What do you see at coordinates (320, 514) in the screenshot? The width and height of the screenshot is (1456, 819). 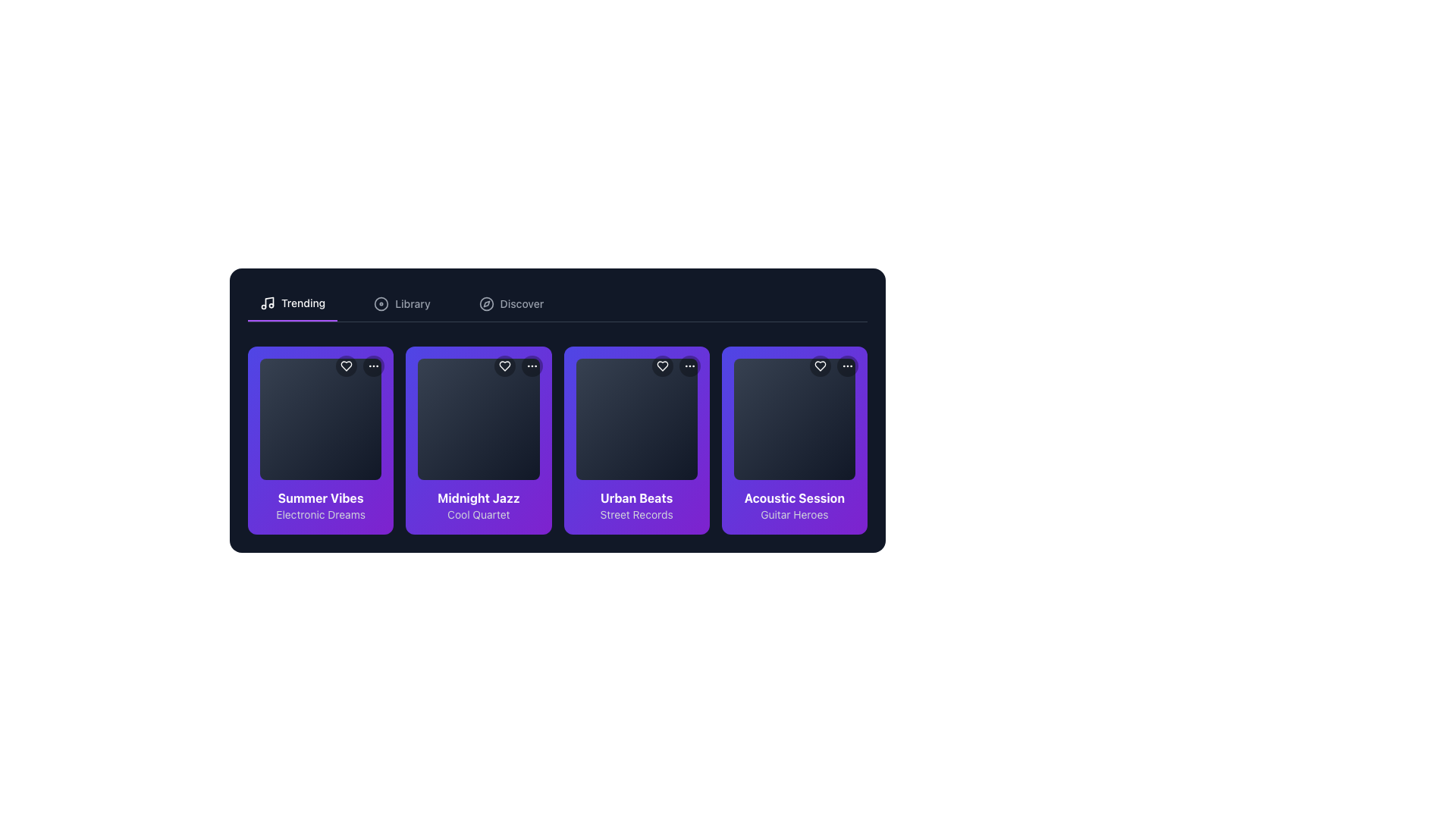 I see `text label displaying 'Electronic Dreams', which is a small, subdued gray subtitle located beneath 'Summer Vibes' in the first column of a horizontally scrolling grid` at bounding box center [320, 514].